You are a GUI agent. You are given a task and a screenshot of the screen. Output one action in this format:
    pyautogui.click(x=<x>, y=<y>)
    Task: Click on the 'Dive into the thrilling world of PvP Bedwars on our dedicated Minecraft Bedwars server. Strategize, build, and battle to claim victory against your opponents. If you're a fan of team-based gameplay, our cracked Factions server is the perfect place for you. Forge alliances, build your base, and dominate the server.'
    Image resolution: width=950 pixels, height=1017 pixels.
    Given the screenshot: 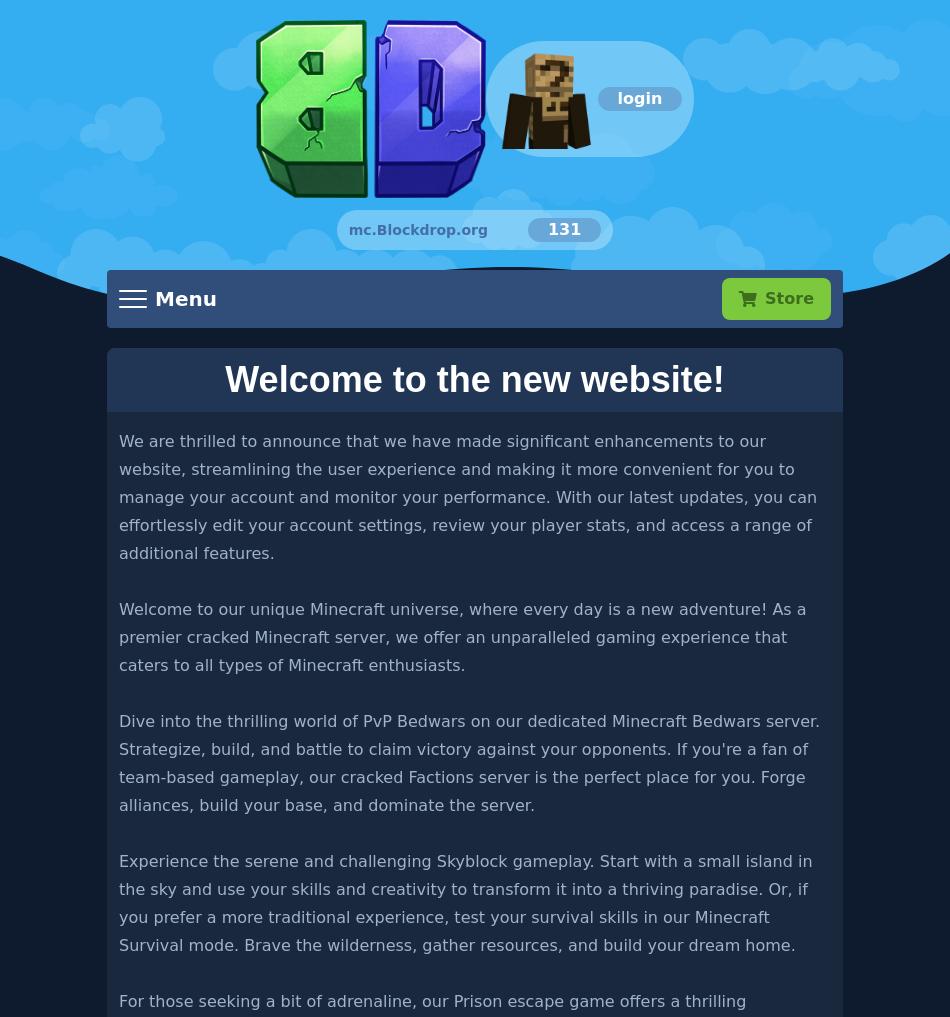 What is the action you would take?
    pyautogui.click(x=468, y=762)
    